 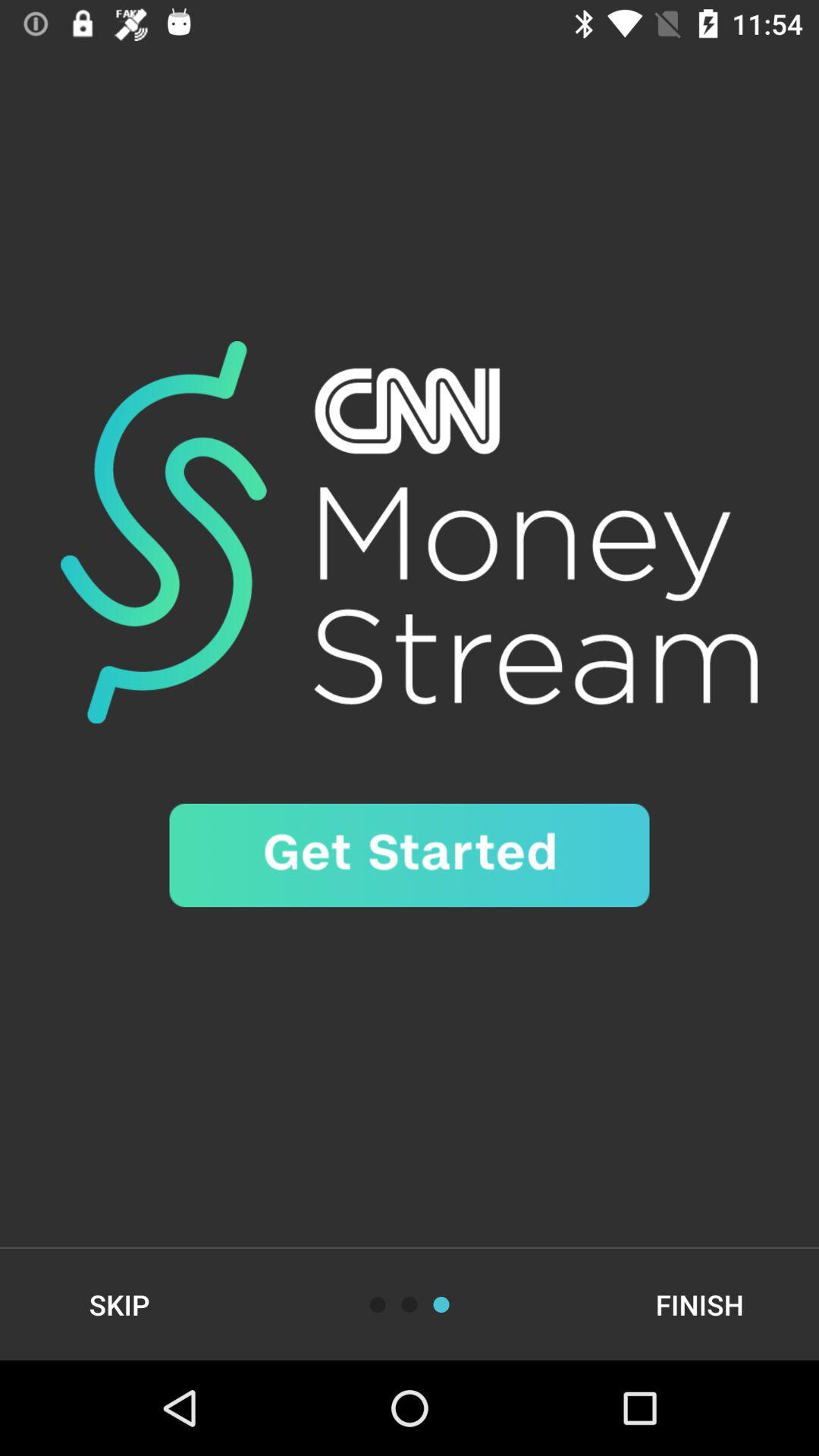 I want to click on skip icon, so click(x=118, y=1304).